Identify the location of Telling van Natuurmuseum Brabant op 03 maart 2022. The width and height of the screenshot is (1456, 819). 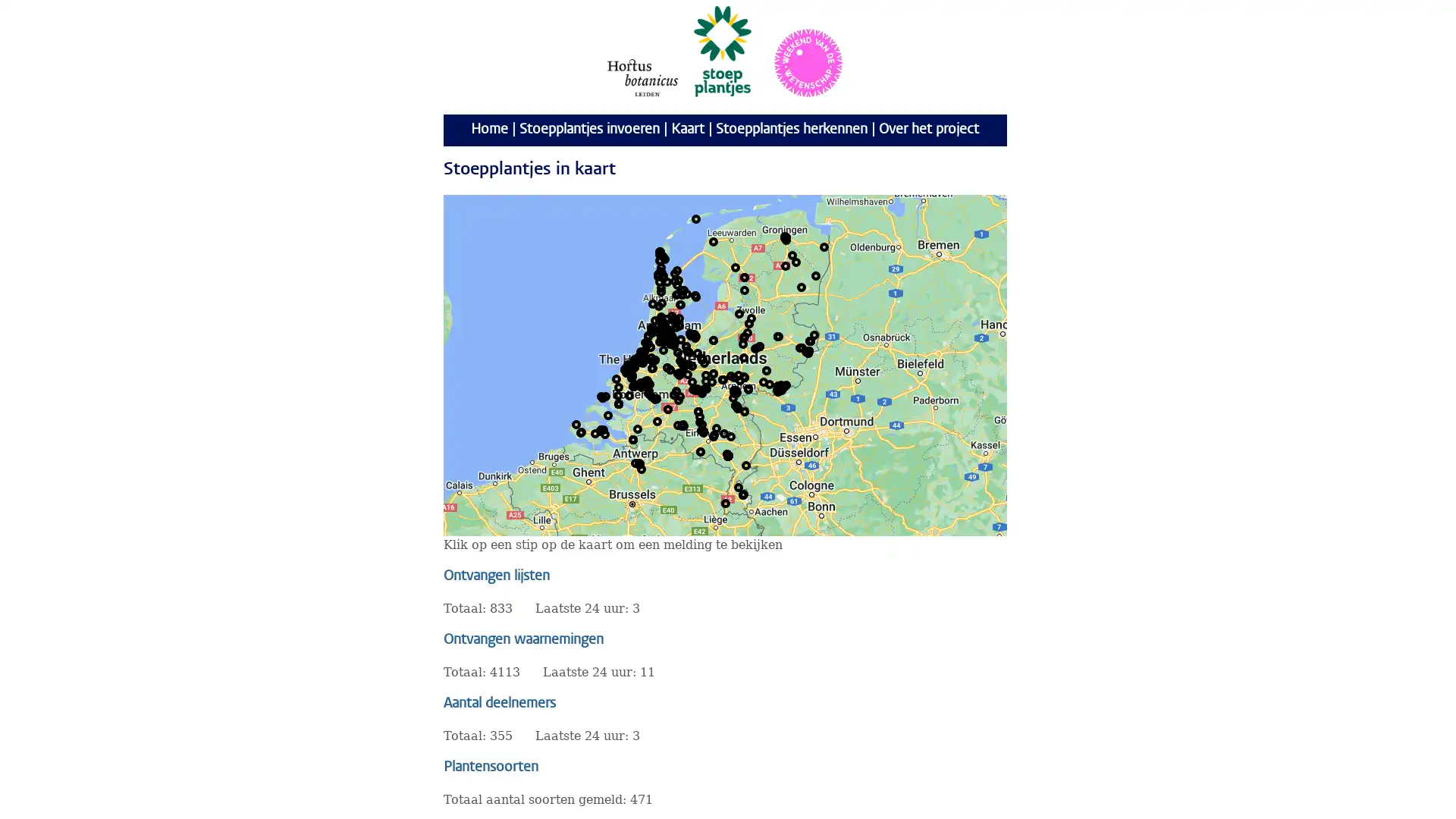
(682, 425).